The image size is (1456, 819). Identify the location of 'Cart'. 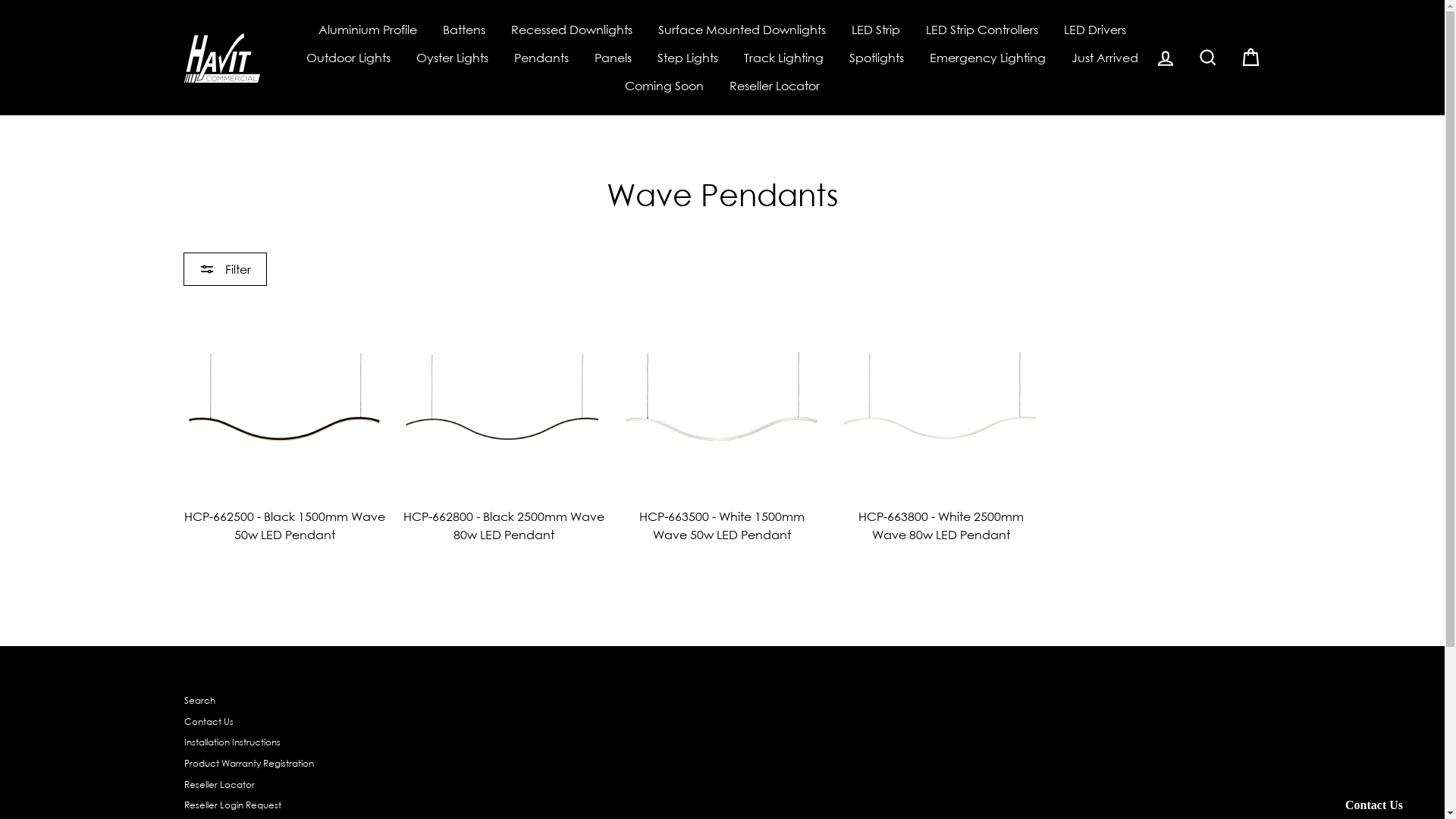
(1249, 57).